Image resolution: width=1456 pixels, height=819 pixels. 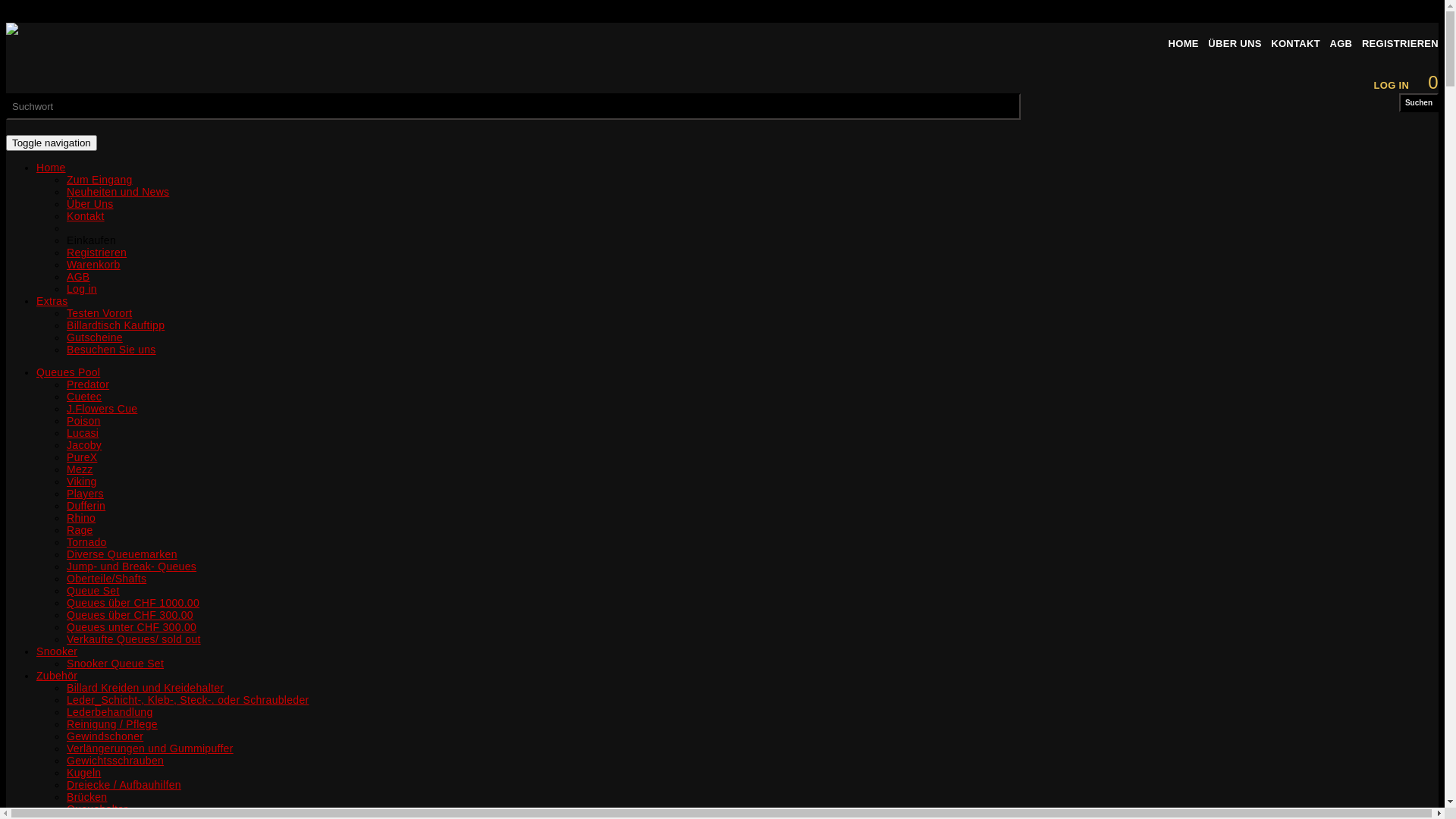 I want to click on 'AGB', so click(x=1341, y=42).